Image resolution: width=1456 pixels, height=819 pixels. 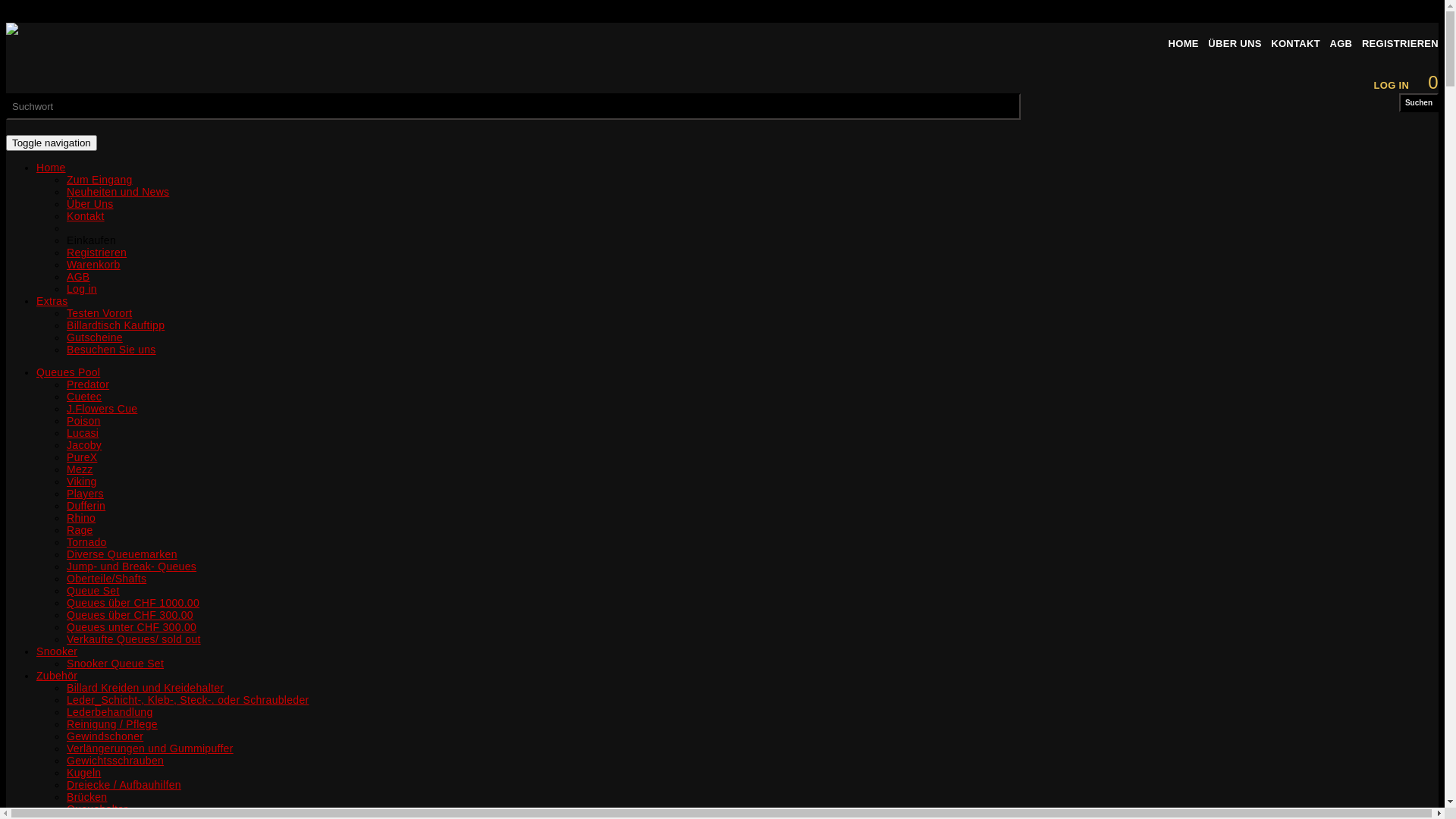 I want to click on 'AGB', so click(x=1341, y=42).